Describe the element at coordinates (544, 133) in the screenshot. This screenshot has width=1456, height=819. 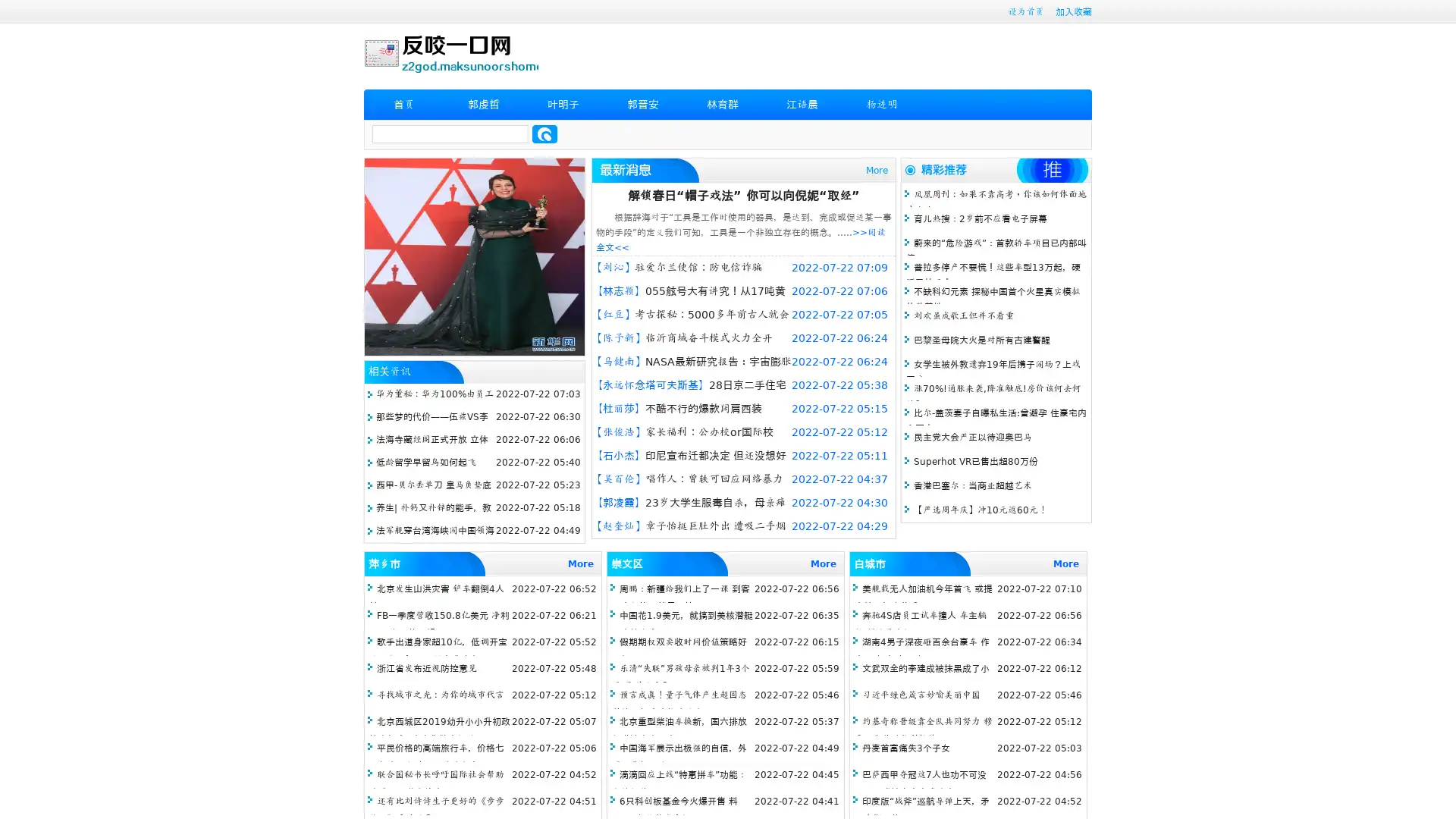
I see `Search` at that location.